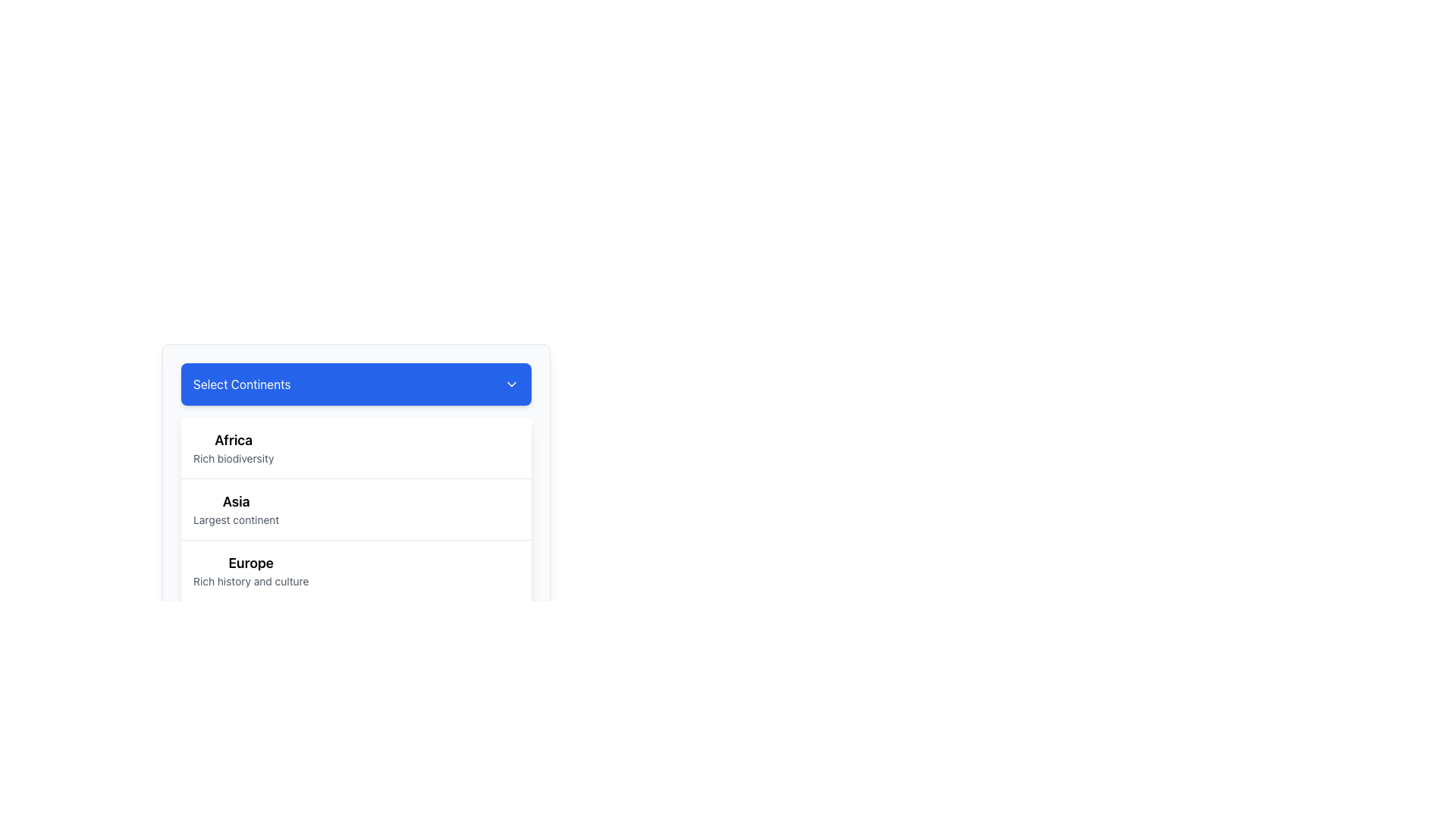  Describe the element at coordinates (356, 570) in the screenshot. I see `to select the List Item element displaying the title 'Europe' with a subtitle 'Rich history and culture'` at that location.